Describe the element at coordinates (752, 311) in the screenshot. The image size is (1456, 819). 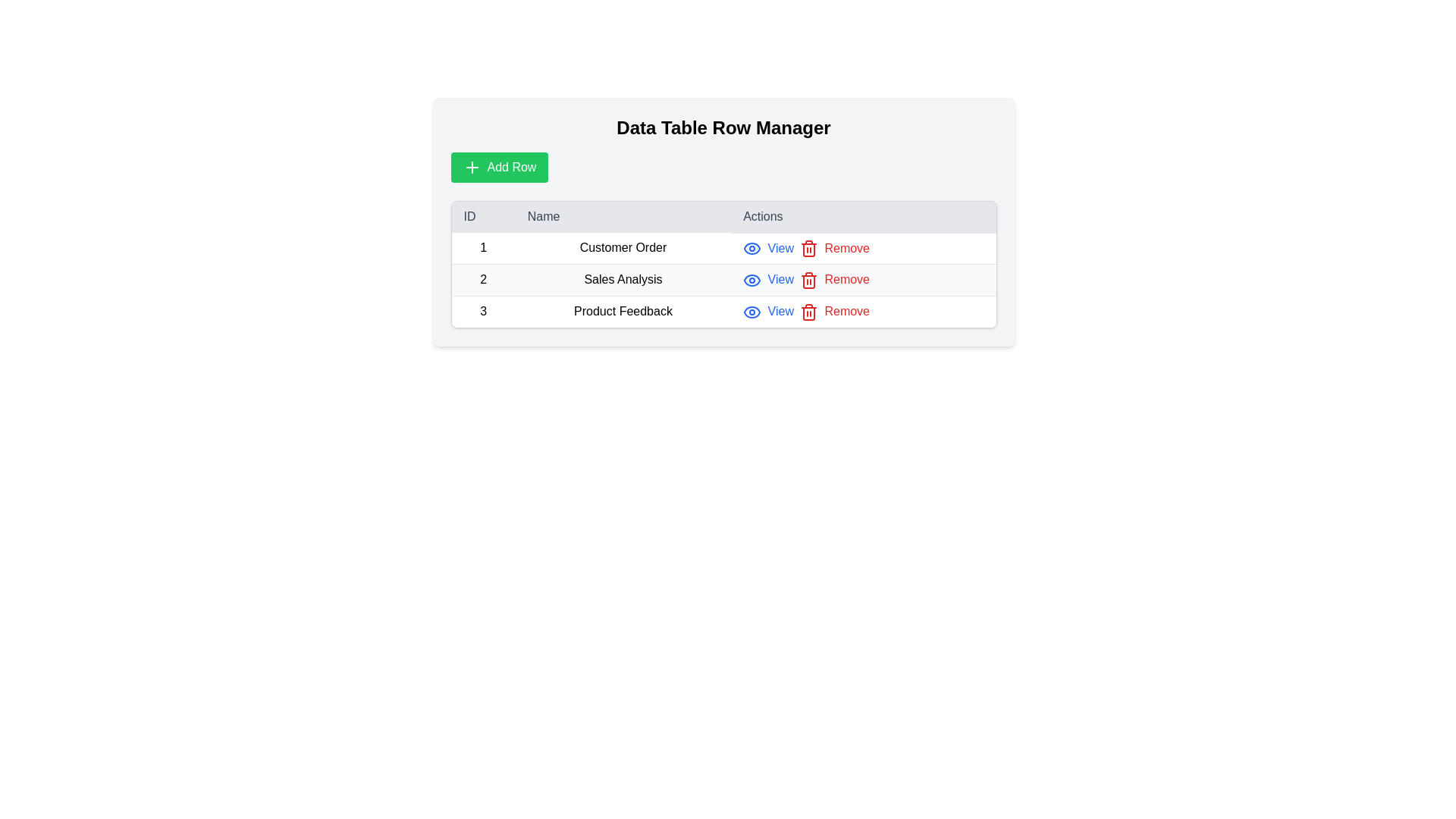
I see `the 'View' icon (SVG) representing the 'View' action for the third row ('Product Feedback') in the table under the 'Actions' column` at that location.